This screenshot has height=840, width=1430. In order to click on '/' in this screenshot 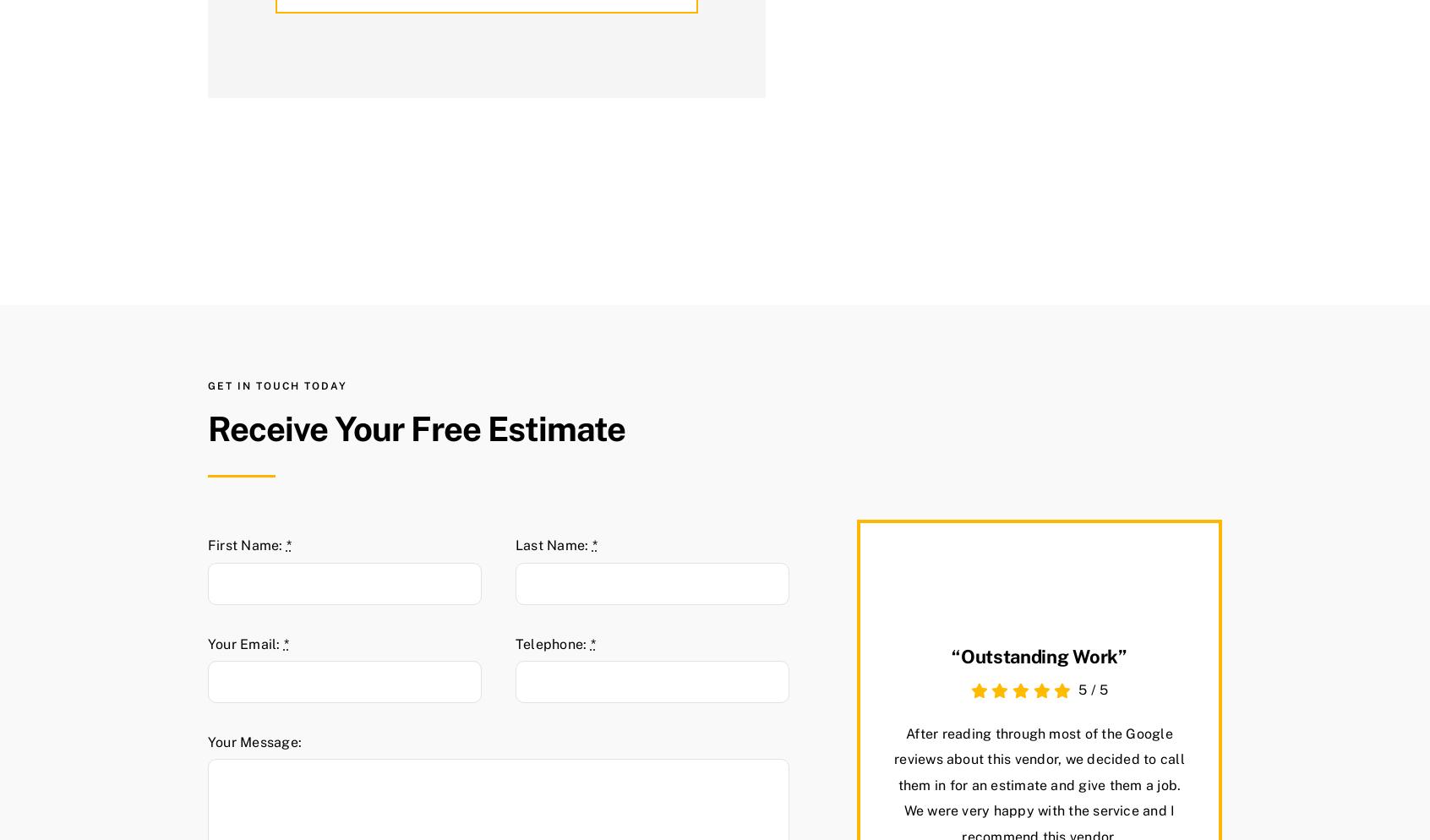, I will do `click(1092, 690)`.